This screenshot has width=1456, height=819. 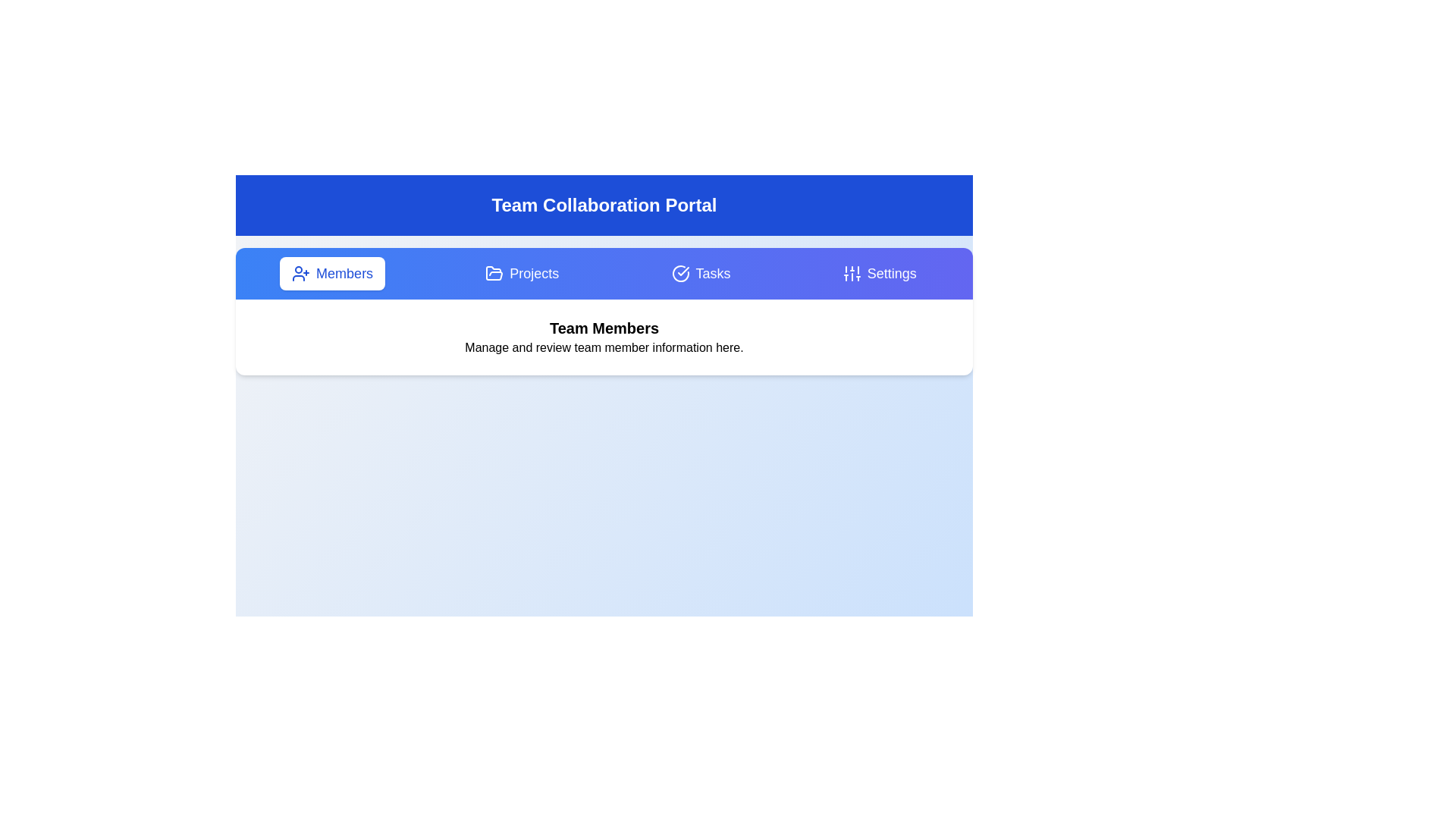 I want to click on the 'Tasks' button in the navigation bar, which features a circular check icon and a gradient blue to indigo background, so click(x=700, y=274).